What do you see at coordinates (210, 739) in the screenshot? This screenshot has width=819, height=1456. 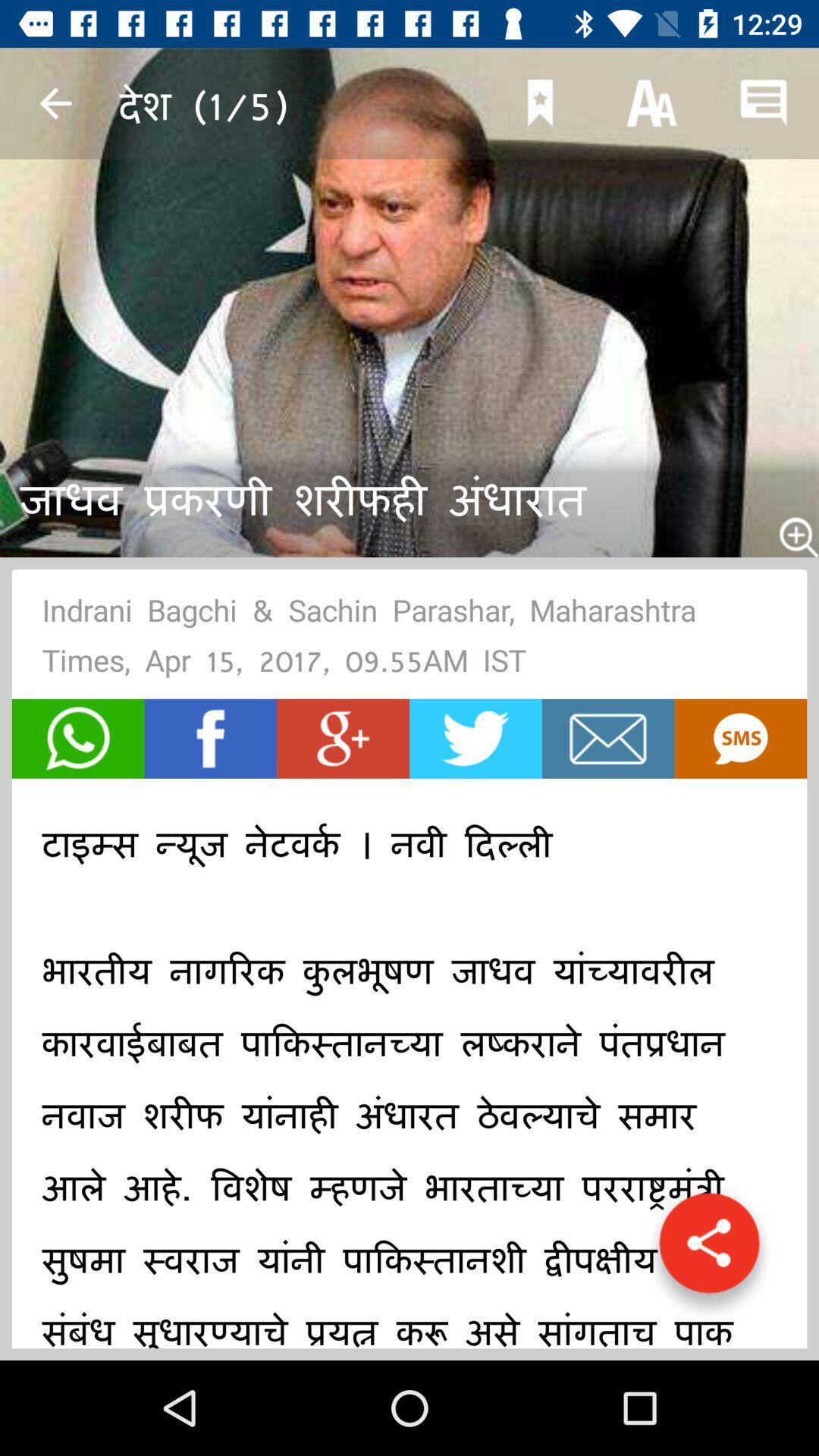 I see `facebook` at bounding box center [210, 739].